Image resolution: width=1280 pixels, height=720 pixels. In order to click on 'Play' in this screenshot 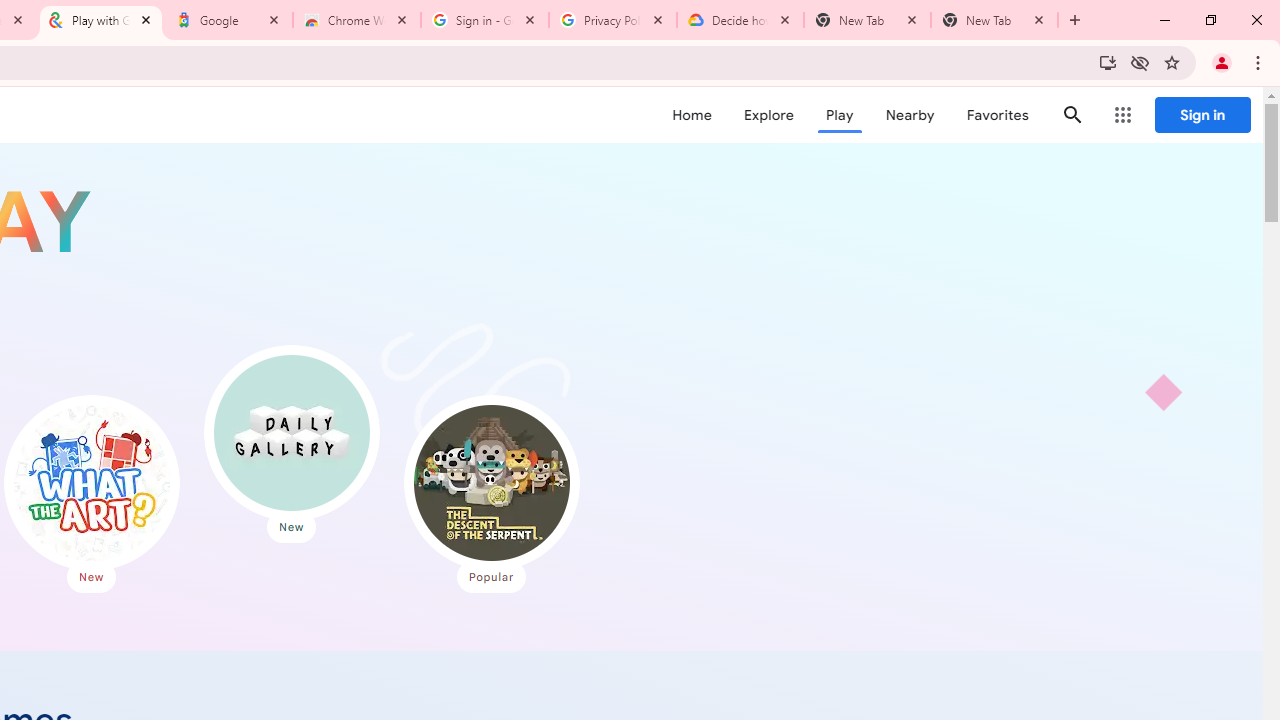, I will do `click(840, 115)`.